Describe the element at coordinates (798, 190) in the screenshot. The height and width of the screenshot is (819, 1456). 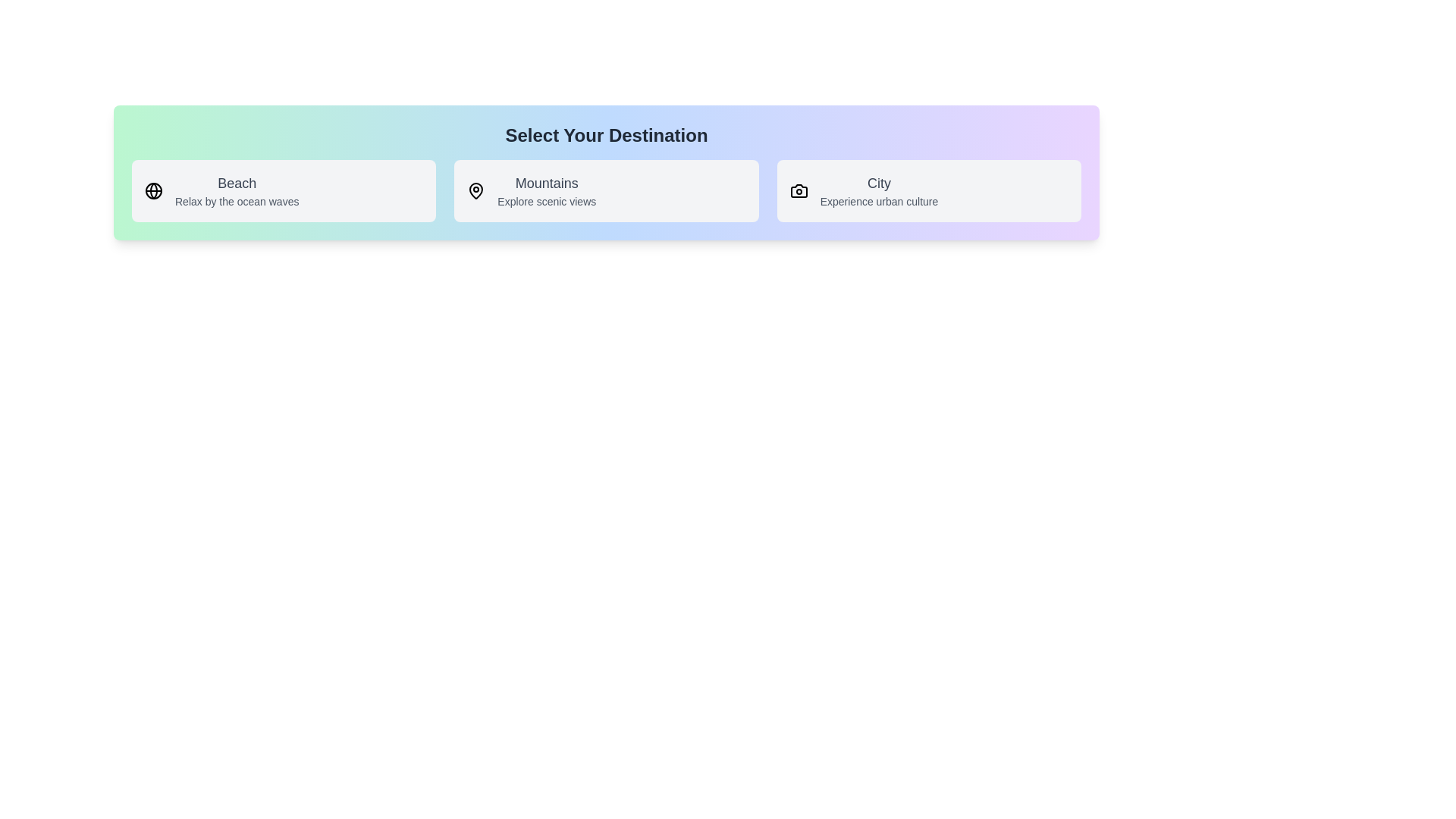
I see `the small, square camera icon located within the rightmost option card titled 'City' under the heading 'Select Your Destination', which features a minimalist outlined camera design` at that location.